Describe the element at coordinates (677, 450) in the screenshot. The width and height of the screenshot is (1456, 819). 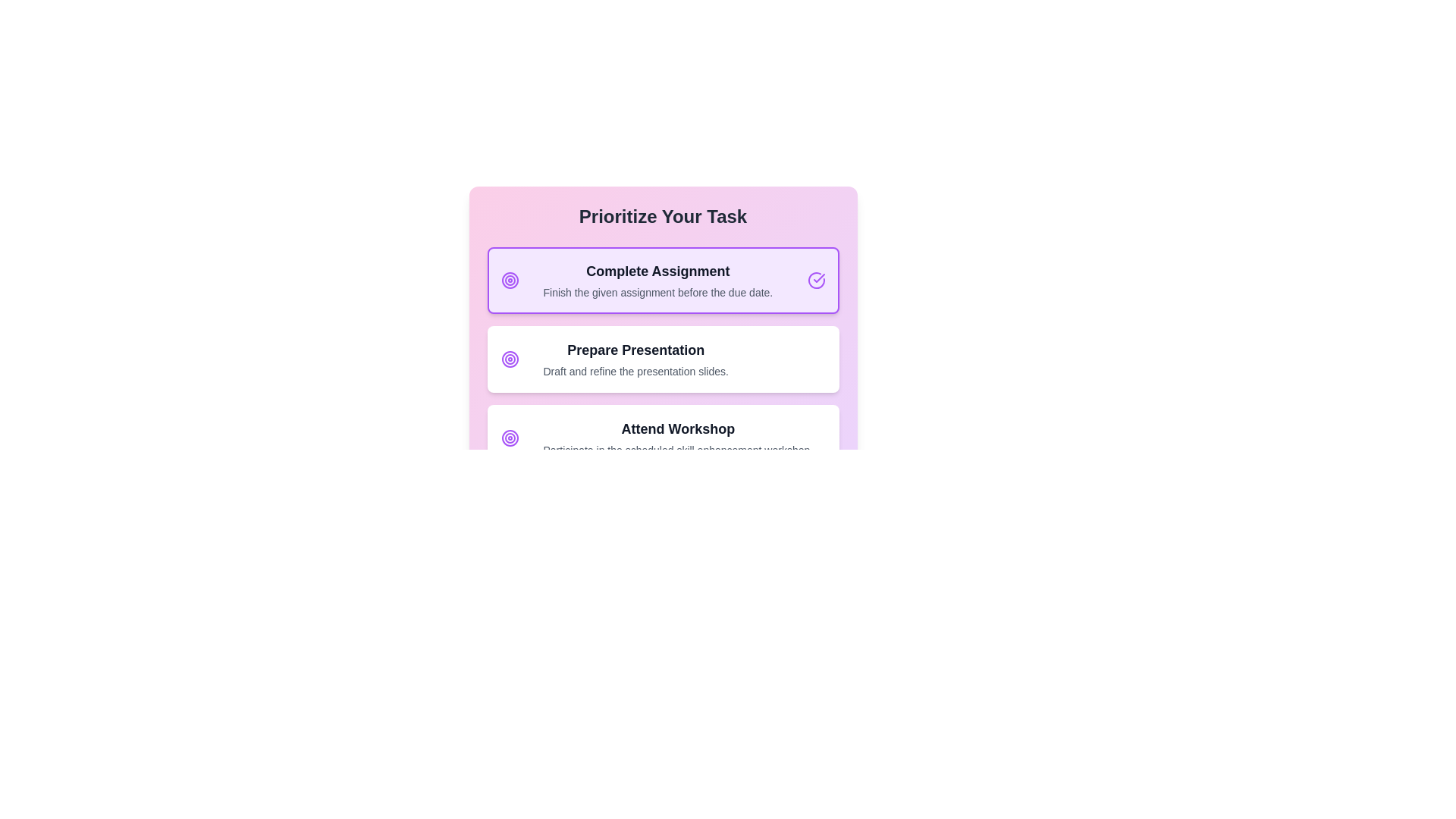
I see `the text label displaying 'Participate in the scheduled skill enhancement workshop.' located under the heading 'Attend Workshop.'` at that location.